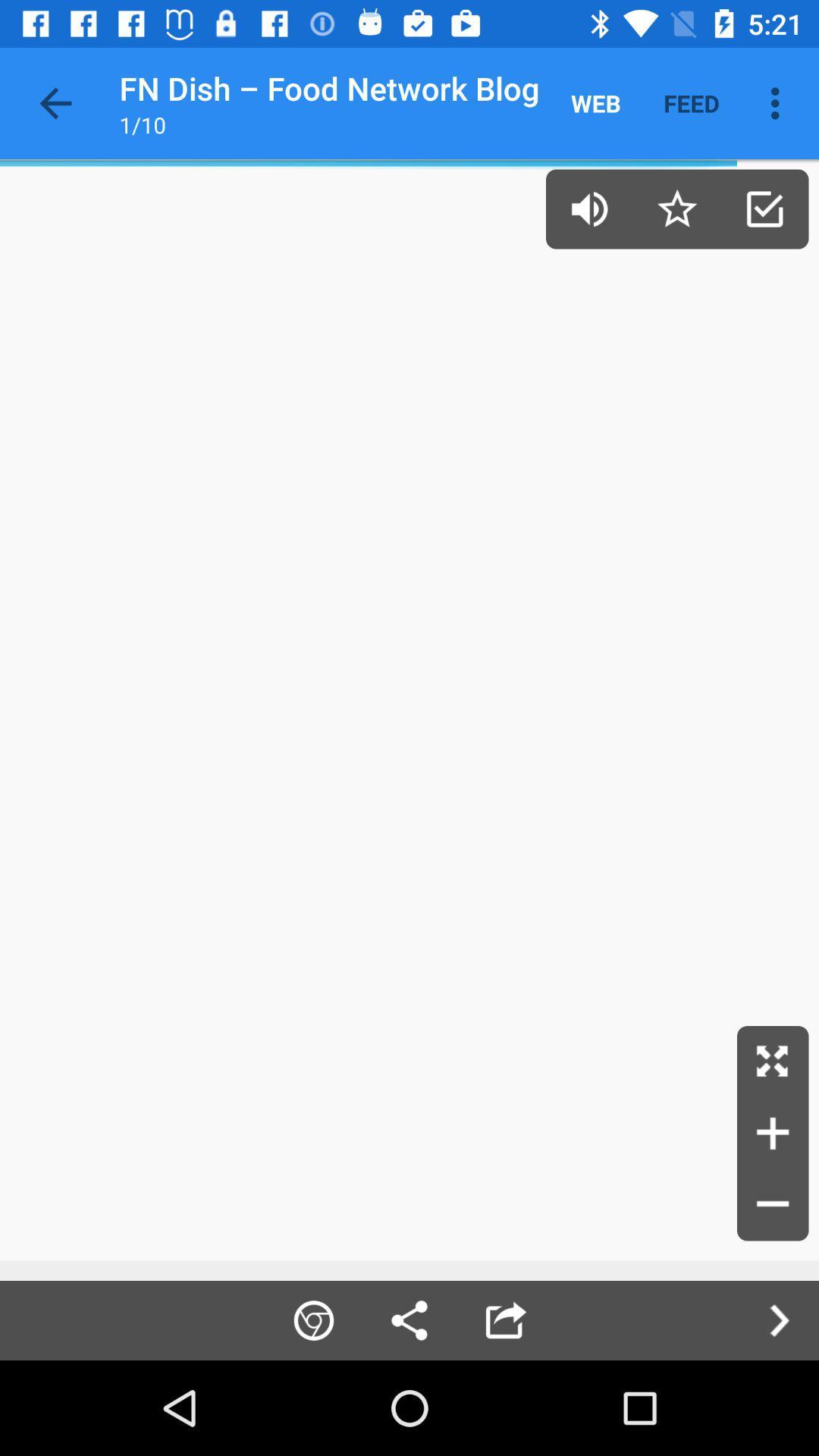 Image resolution: width=819 pixels, height=1456 pixels. What do you see at coordinates (779, 102) in the screenshot?
I see `icon to the right of the feed icon` at bounding box center [779, 102].